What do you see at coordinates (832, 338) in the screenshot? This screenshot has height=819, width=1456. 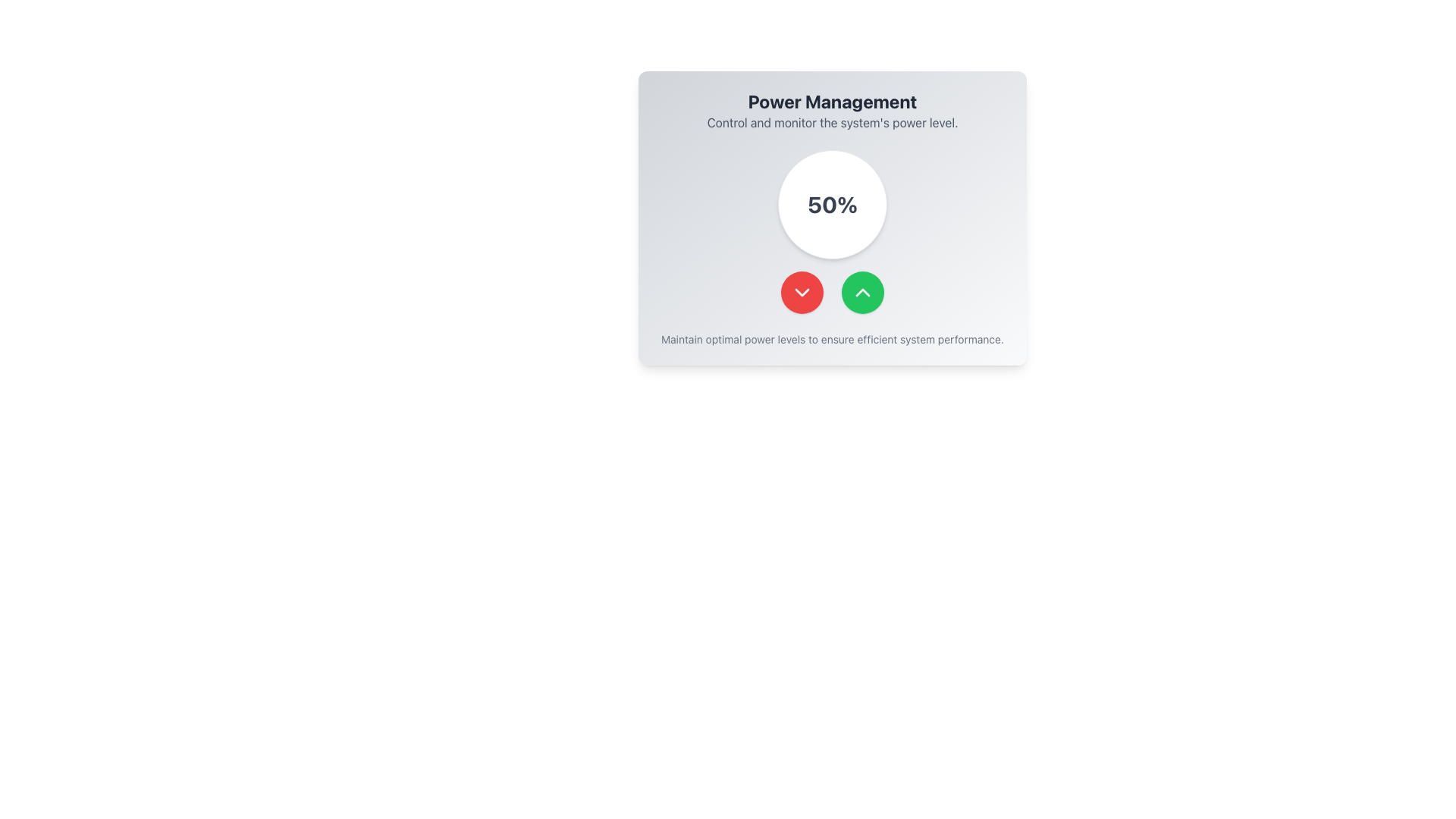 I see `the gray text element that is centrally aligned and serves as a note or guidance, located beneath other elements in the interface` at bounding box center [832, 338].